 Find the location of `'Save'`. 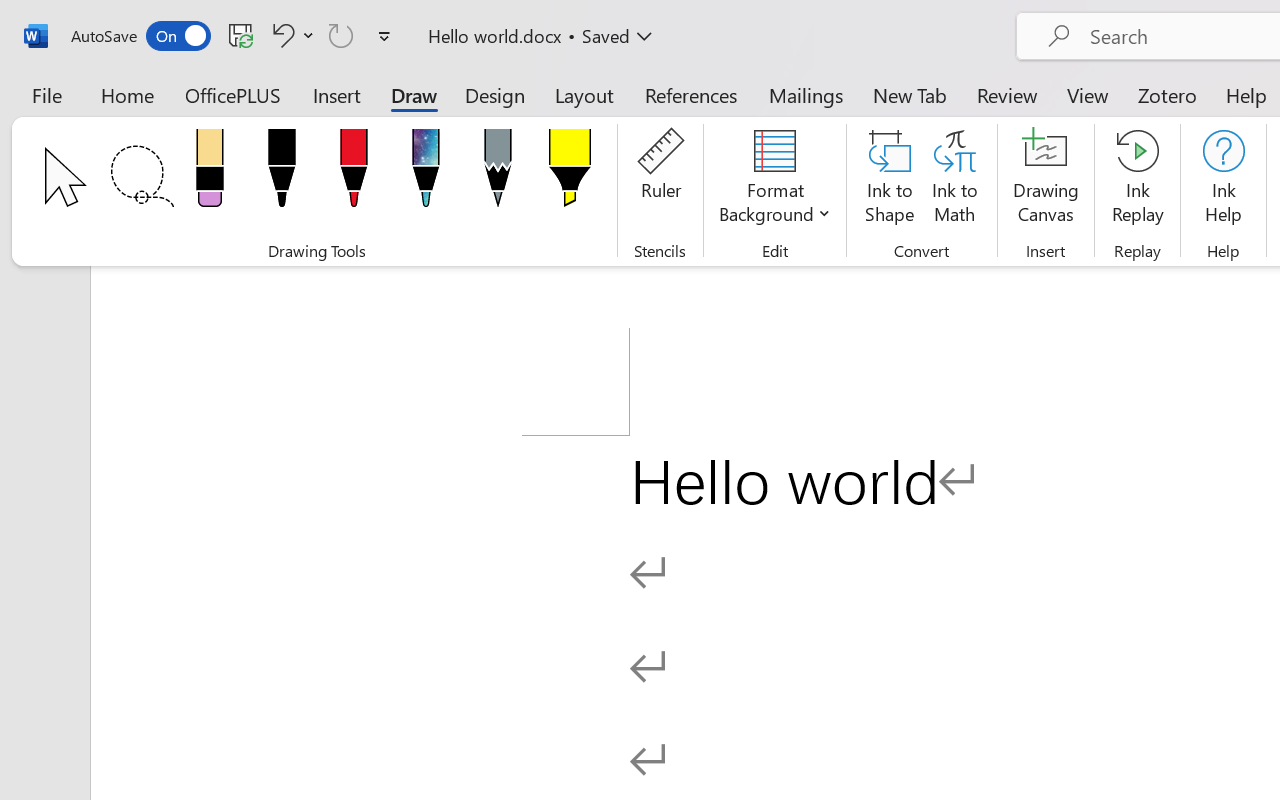

'Save' is located at coordinates (240, 34).